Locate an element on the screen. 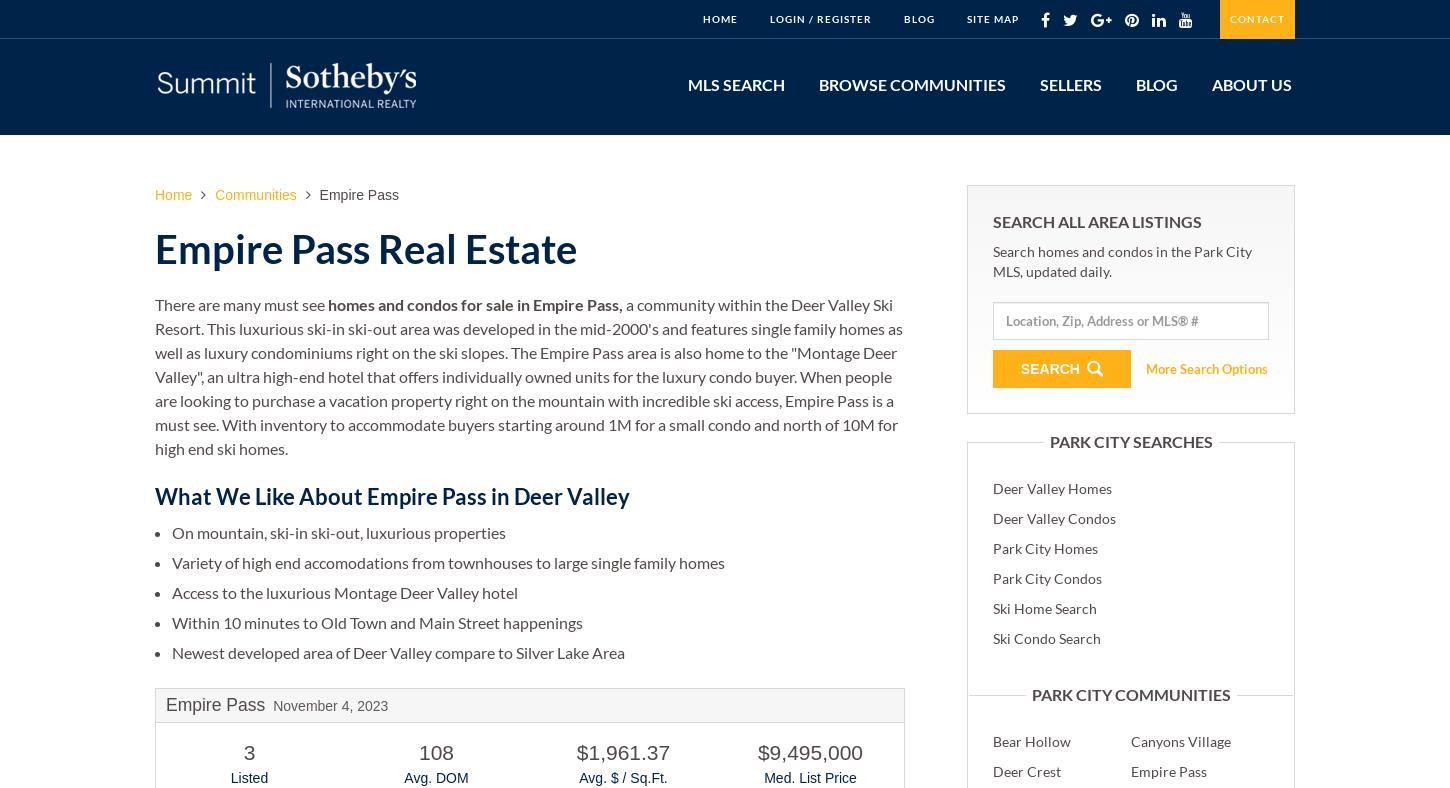  'SEARCH' is located at coordinates (1051, 367).